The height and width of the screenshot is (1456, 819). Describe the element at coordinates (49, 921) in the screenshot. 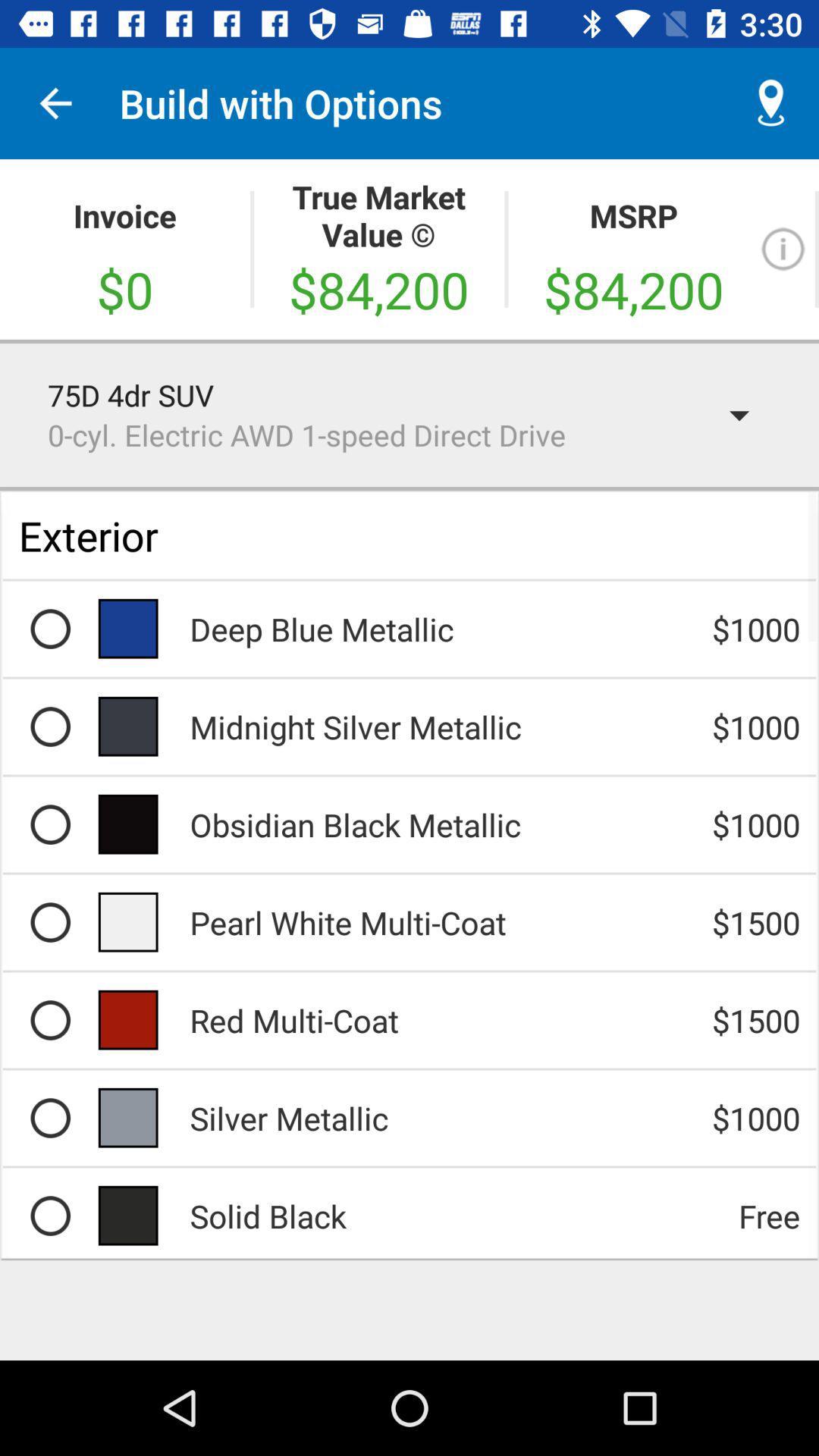

I see `option` at that location.